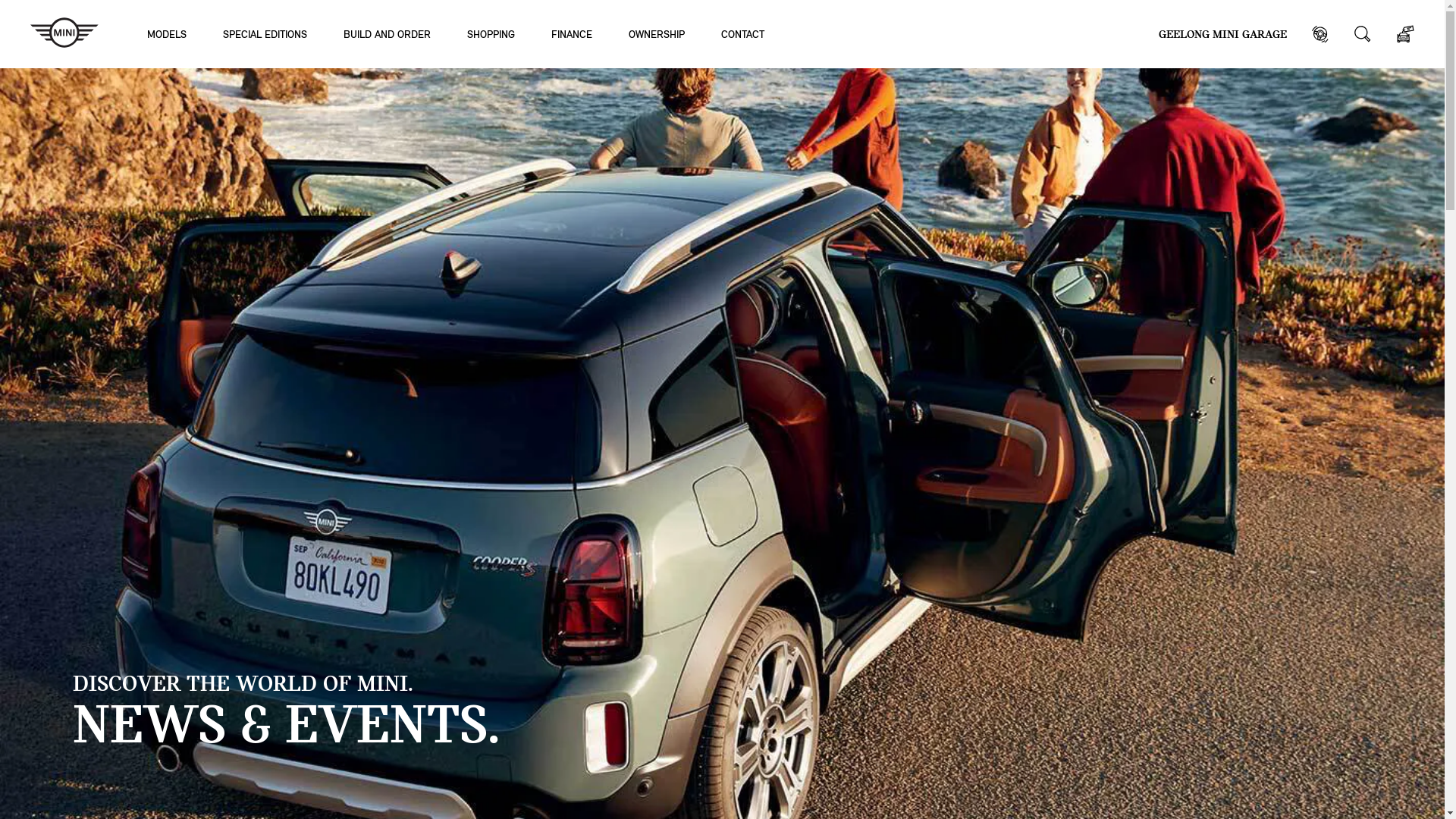  I want to click on 'BUILD AND ORDER', so click(387, 33).